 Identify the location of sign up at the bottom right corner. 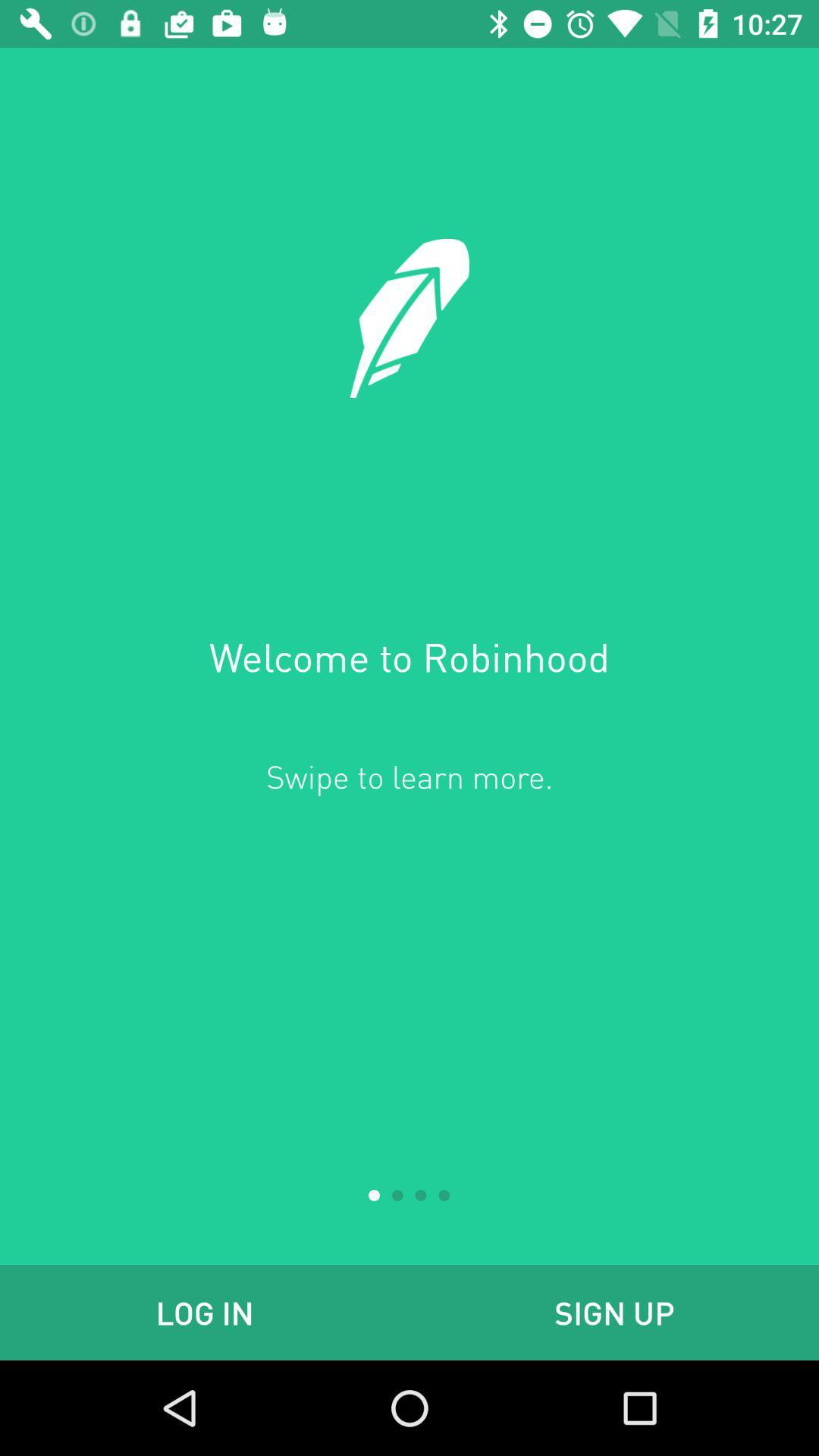
(614, 1312).